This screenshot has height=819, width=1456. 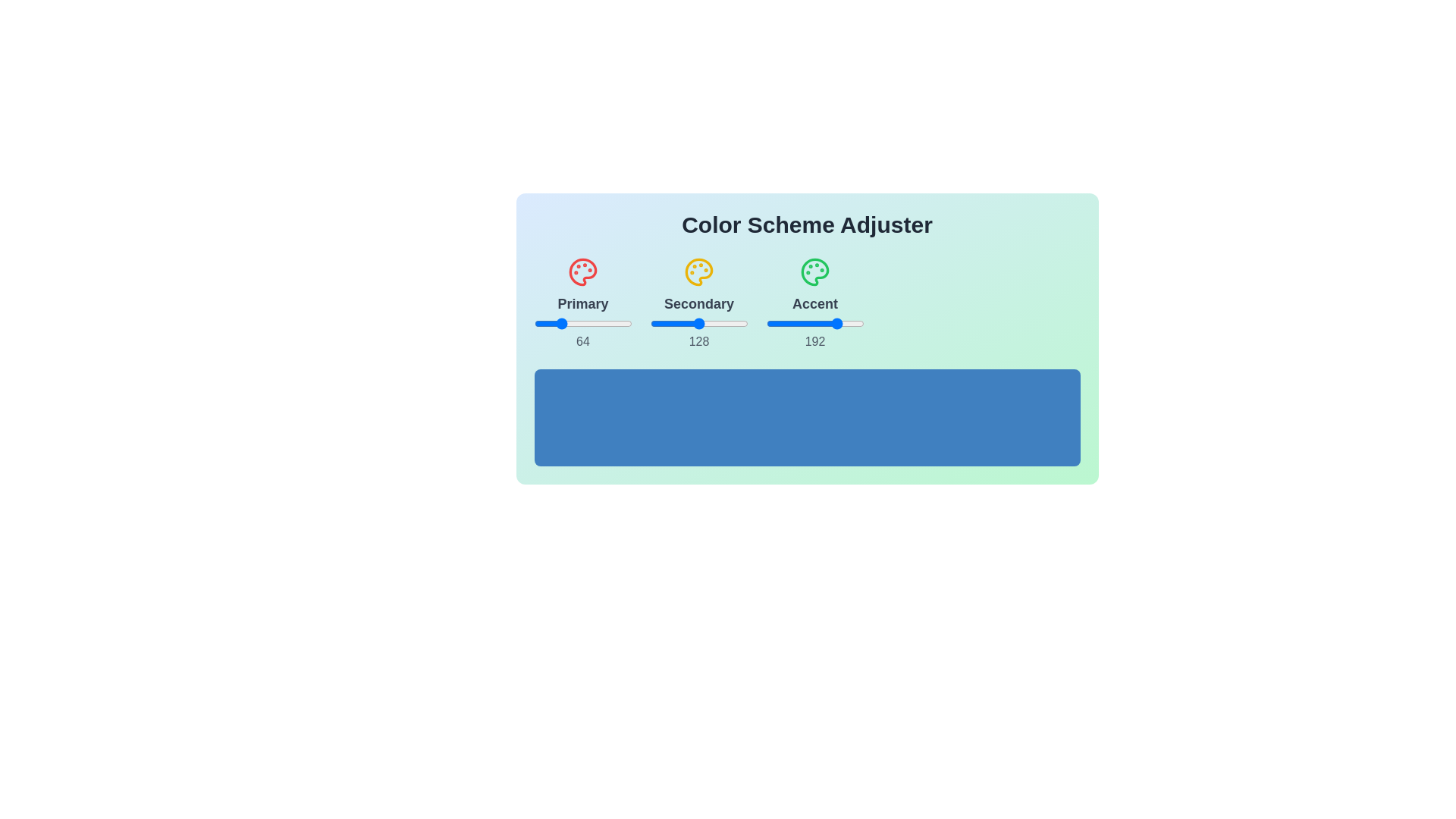 What do you see at coordinates (782, 323) in the screenshot?
I see `the Accent slider to 42 within its range` at bounding box center [782, 323].